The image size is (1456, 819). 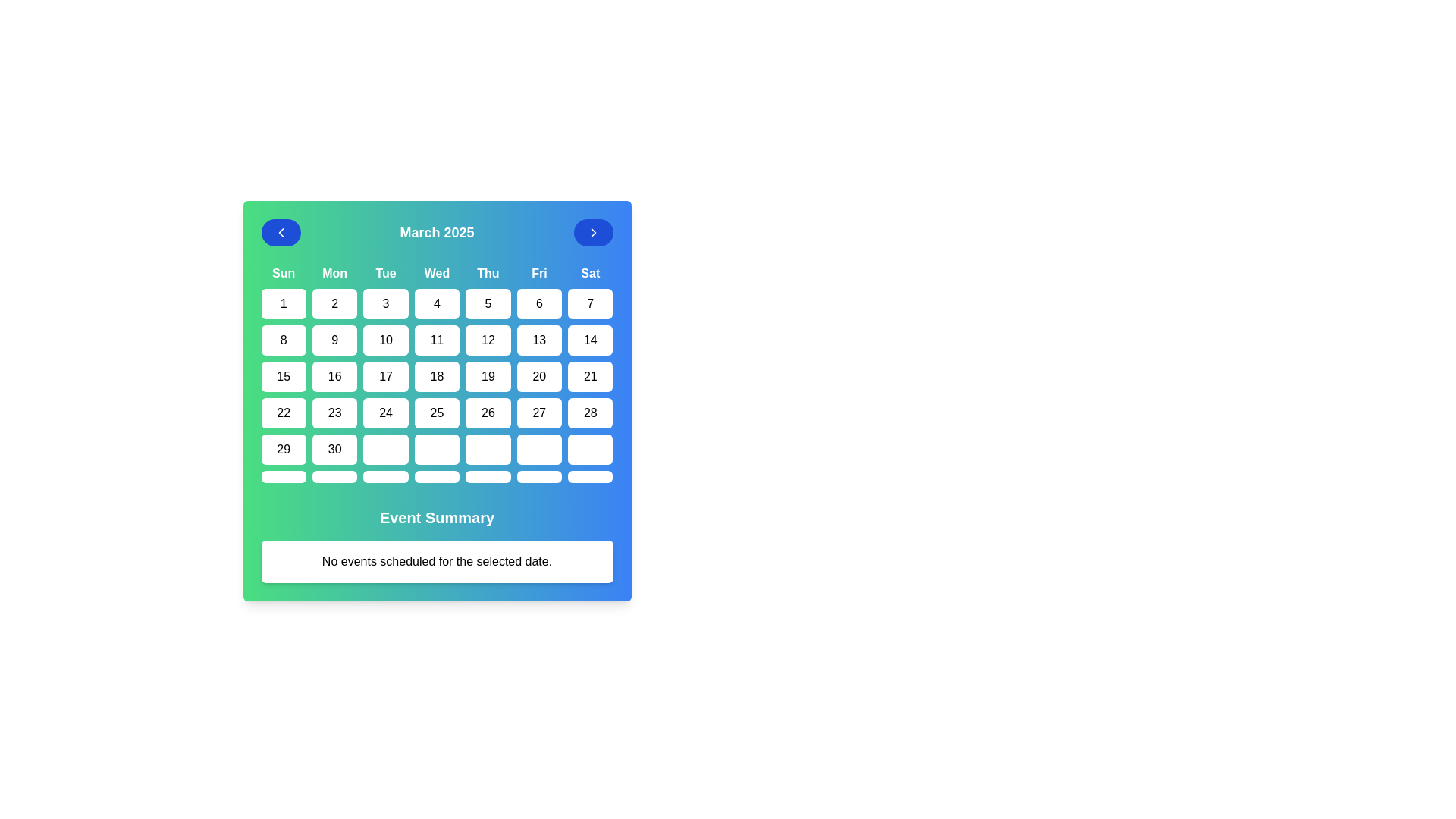 What do you see at coordinates (589, 376) in the screenshot?
I see `the button displaying the number '21' in the calendar interface` at bounding box center [589, 376].